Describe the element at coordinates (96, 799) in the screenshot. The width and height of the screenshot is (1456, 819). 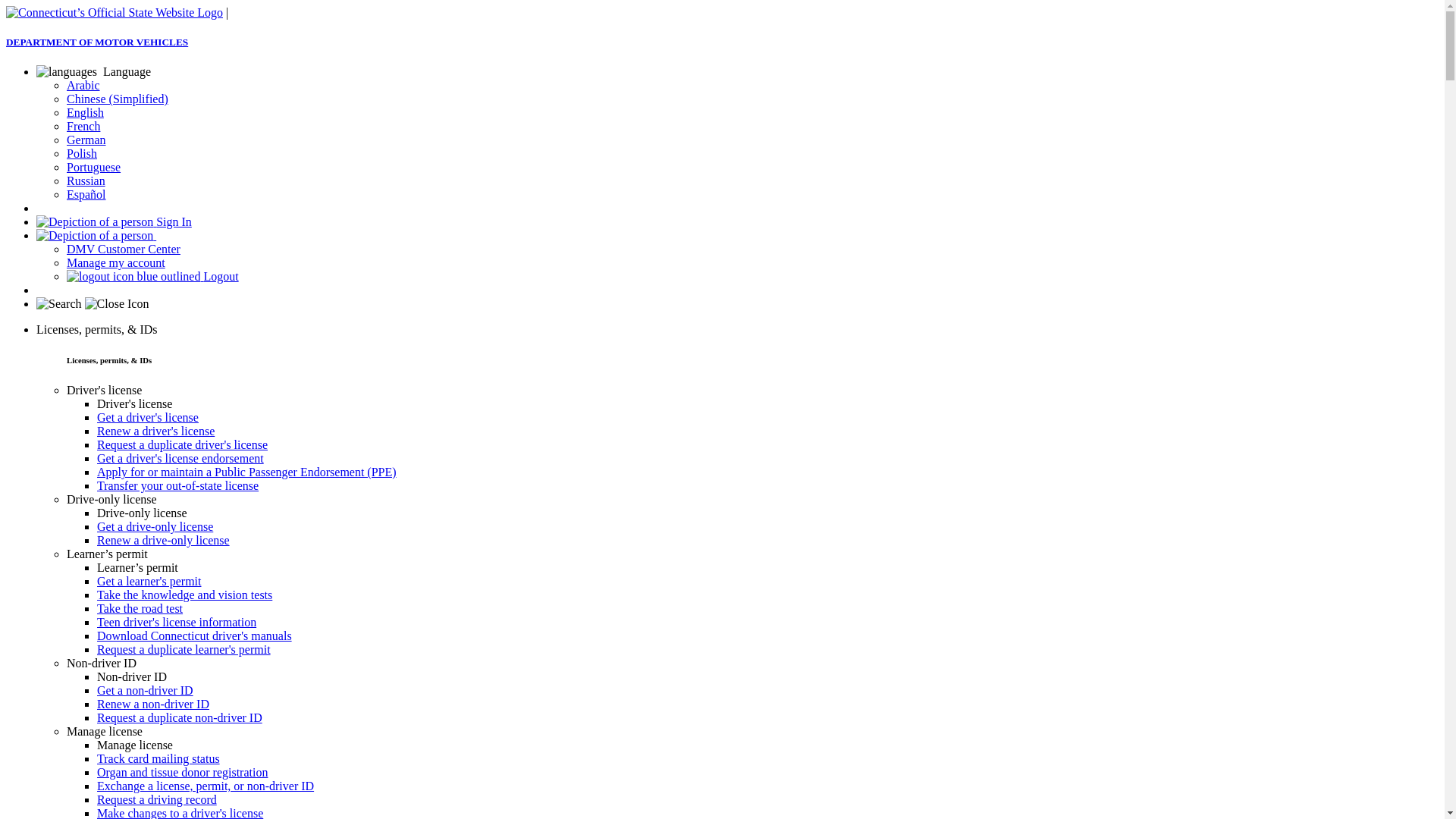
I see `'Request a driving record'` at that location.